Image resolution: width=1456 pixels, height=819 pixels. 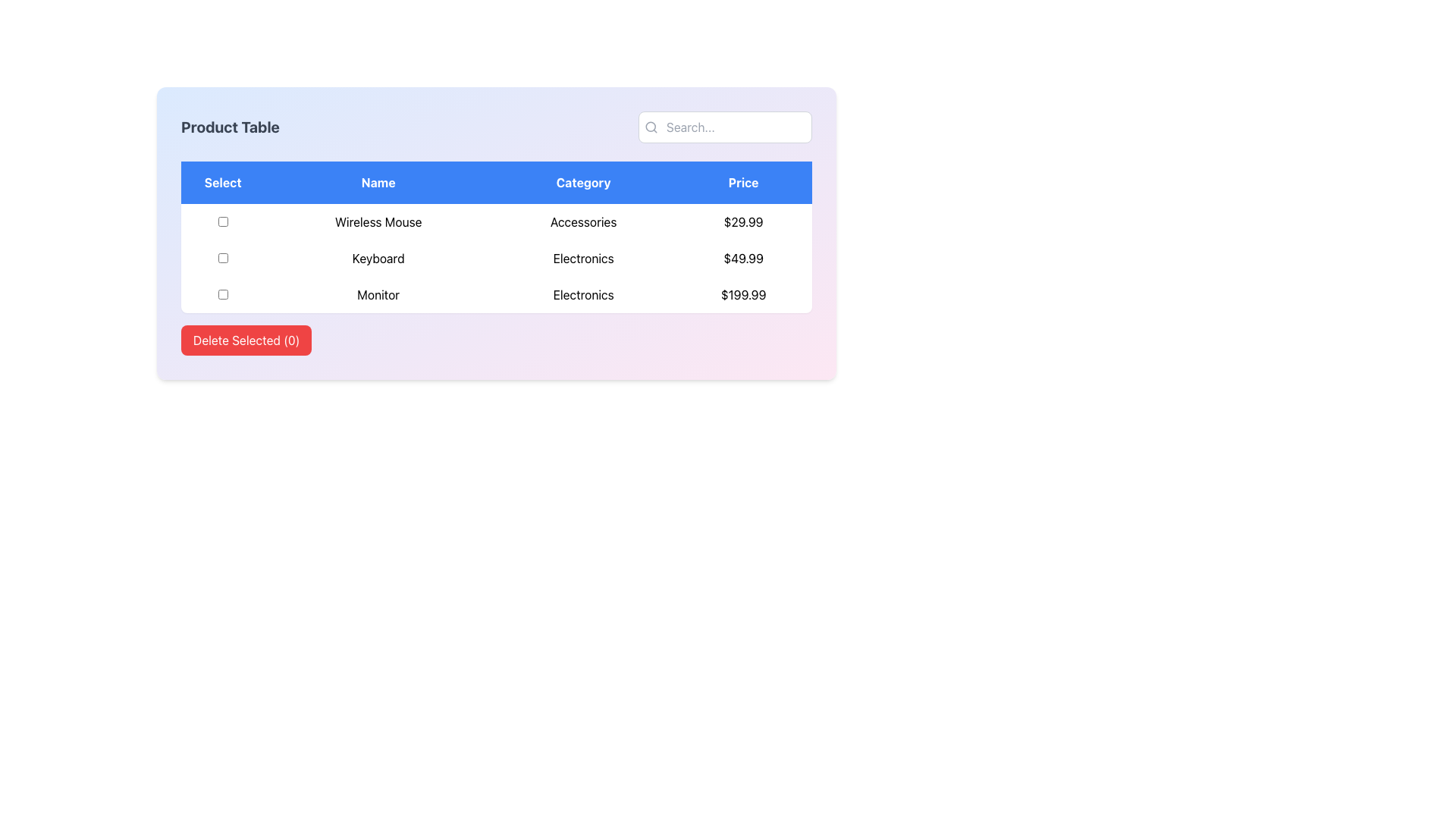 What do you see at coordinates (582, 222) in the screenshot?
I see `the text label displaying 'Accessories' in the 'Category' column of the first row in the table layout` at bounding box center [582, 222].